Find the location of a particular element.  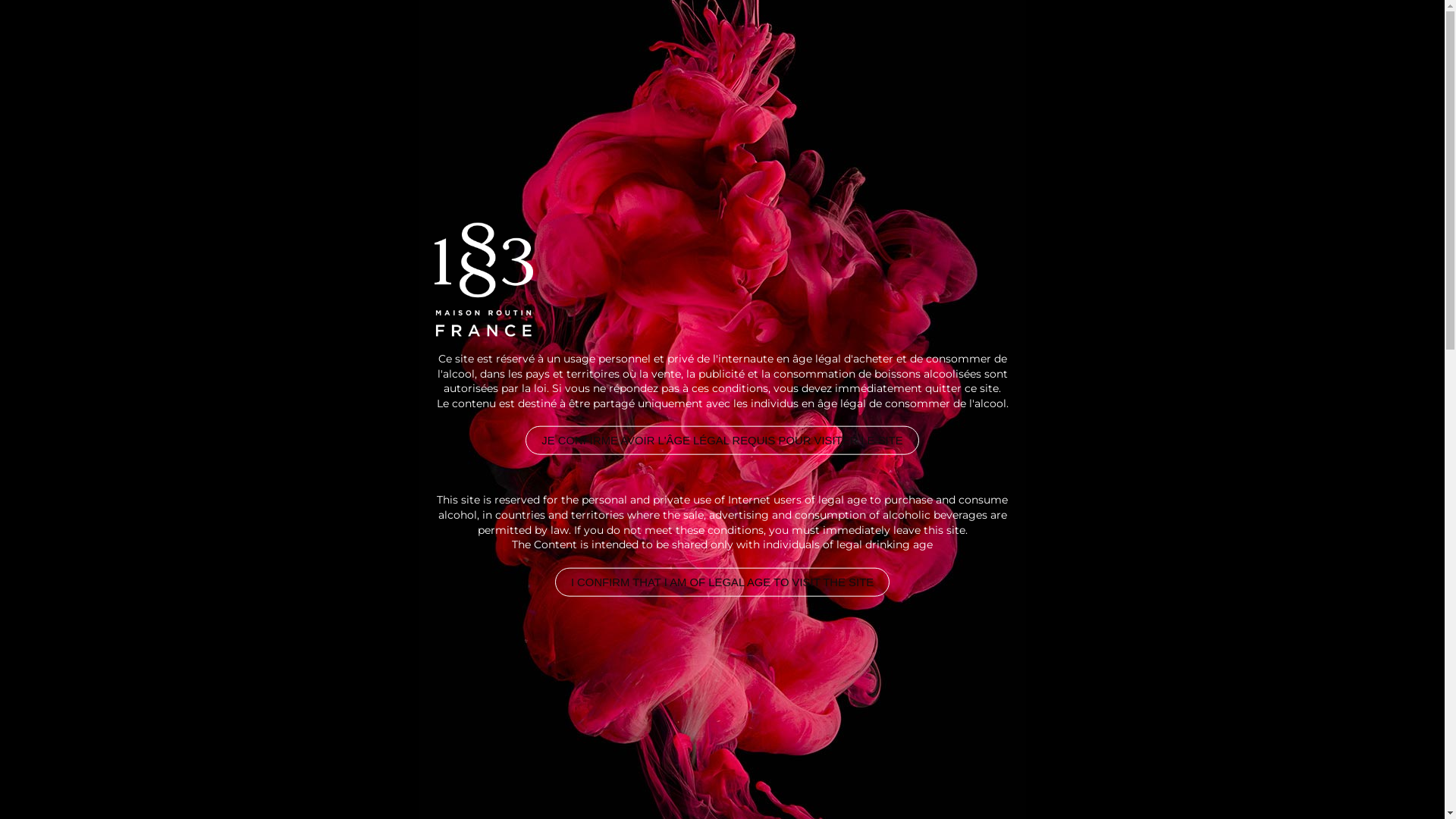

'SHORT DRINK' is located at coordinates (404, 225).